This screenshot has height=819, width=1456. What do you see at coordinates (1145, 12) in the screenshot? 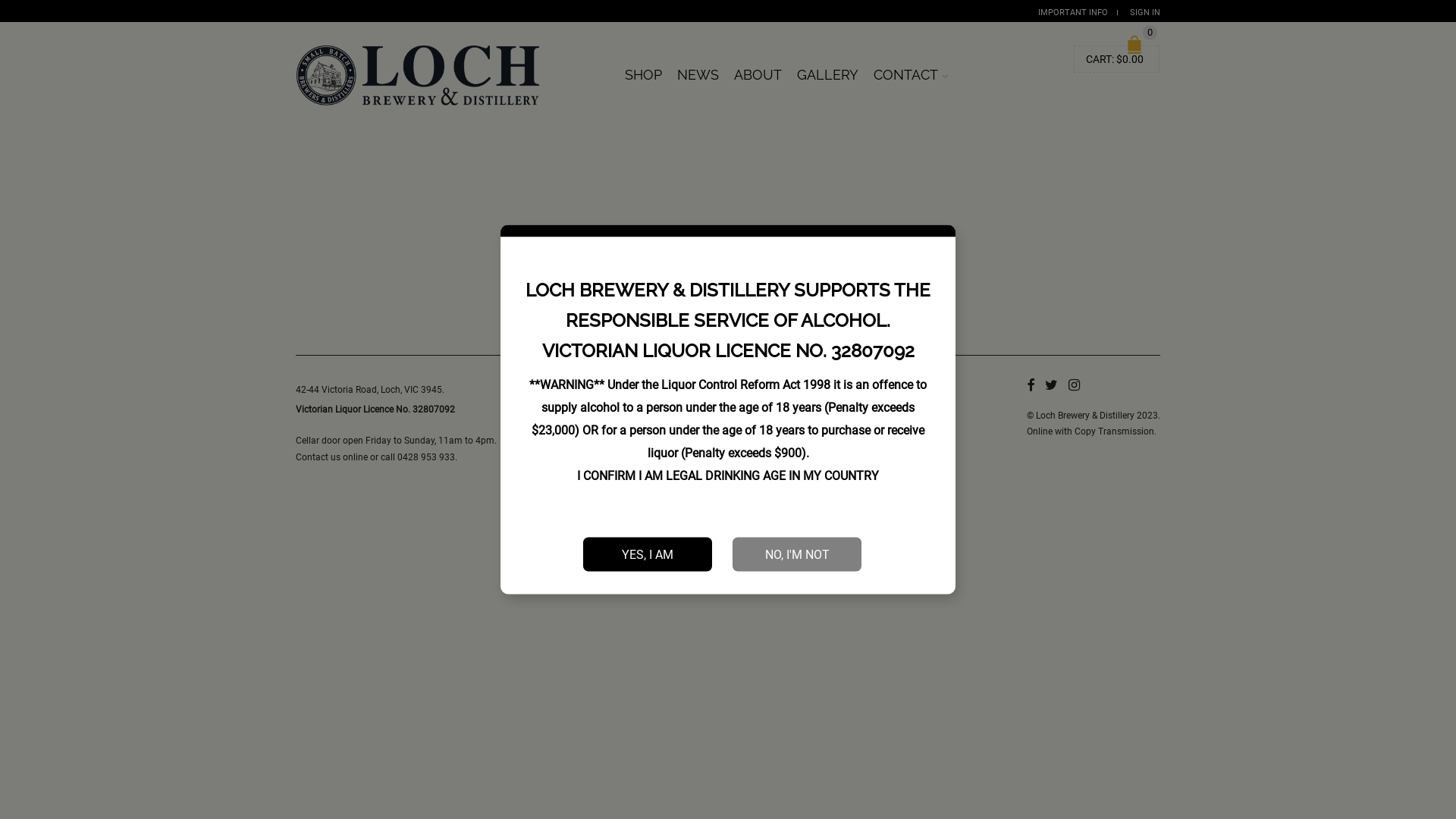
I see `'SIGN IN'` at bounding box center [1145, 12].